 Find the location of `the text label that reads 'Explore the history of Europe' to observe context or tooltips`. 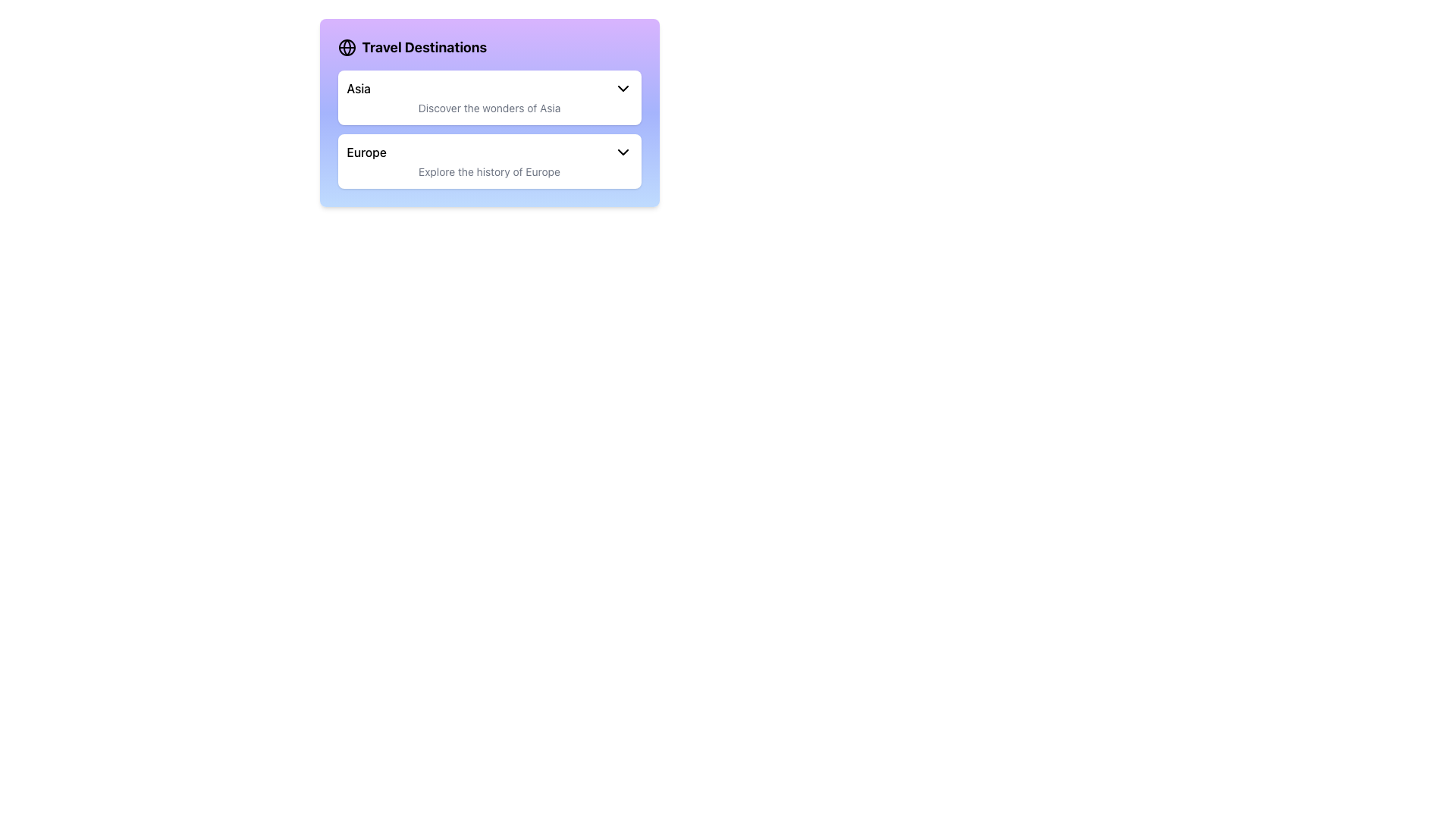

the text label that reads 'Explore the history of Europe' to observe context or tooltips is located at coordinates (489, 171).